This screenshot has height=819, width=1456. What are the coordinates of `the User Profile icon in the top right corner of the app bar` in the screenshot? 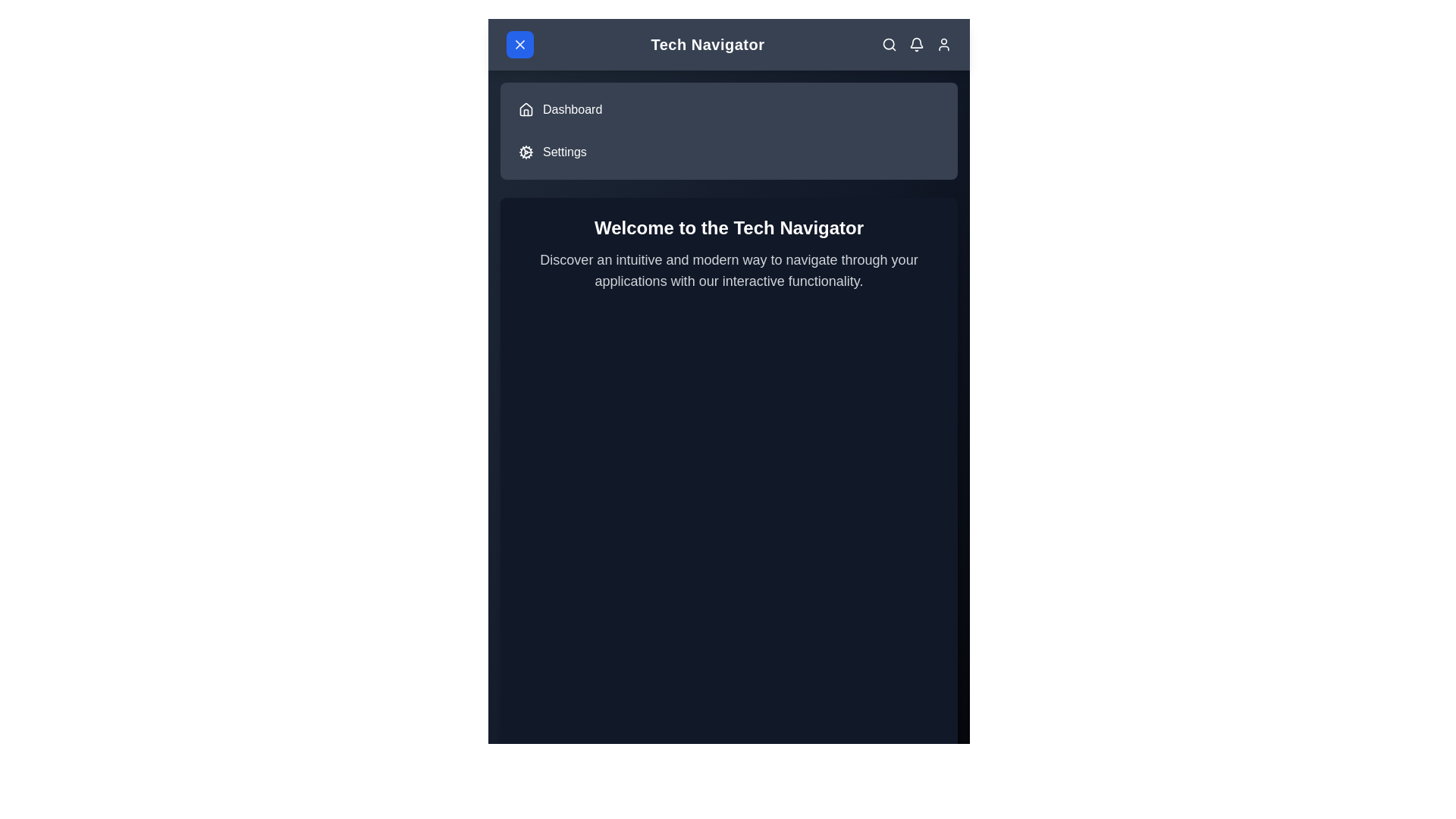 It's located at (943, 43).